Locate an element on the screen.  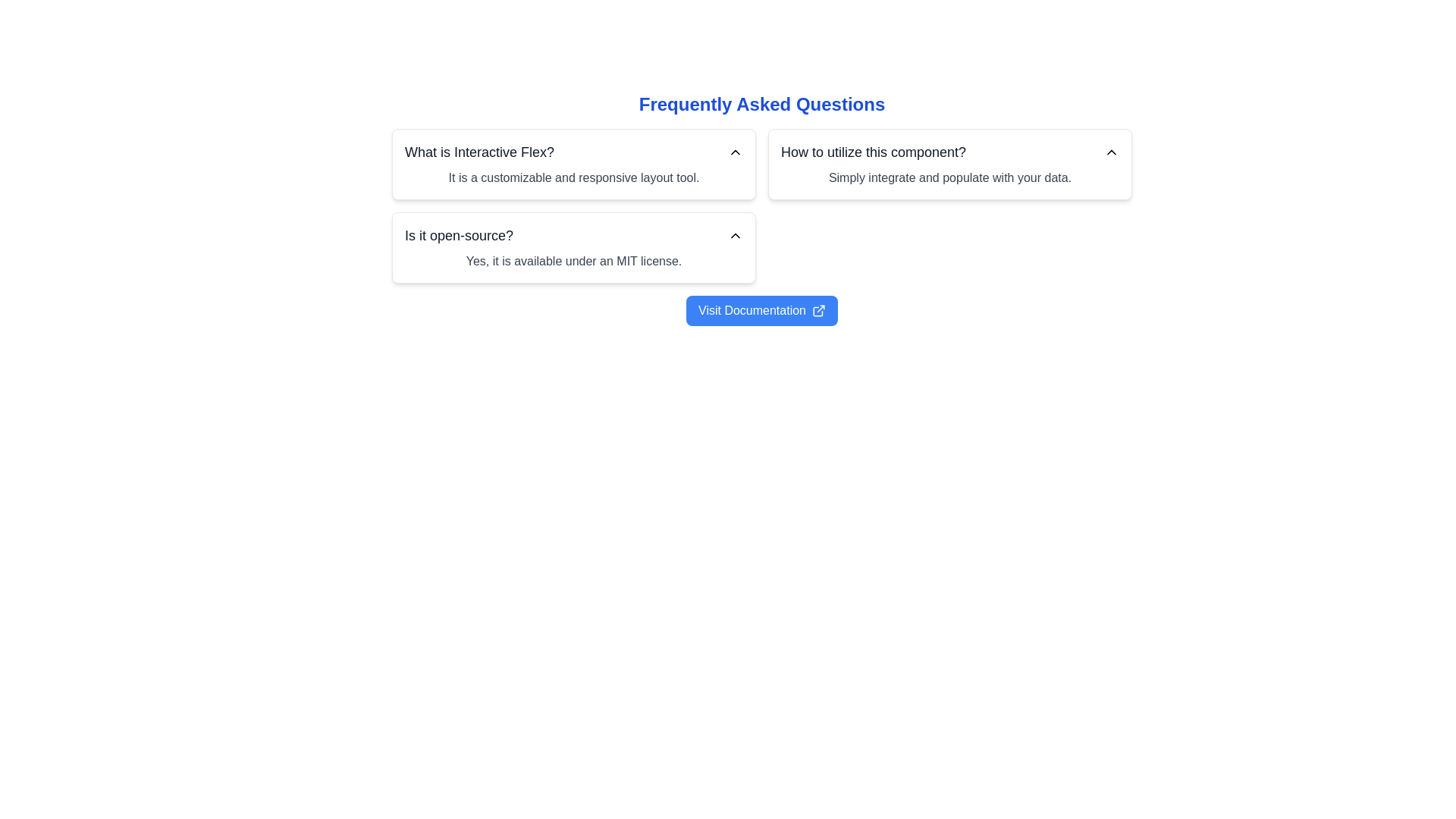
the rectangular button with a vibrant blue background labeled 'Visit Documentation' is located at coordinates (761, 309).